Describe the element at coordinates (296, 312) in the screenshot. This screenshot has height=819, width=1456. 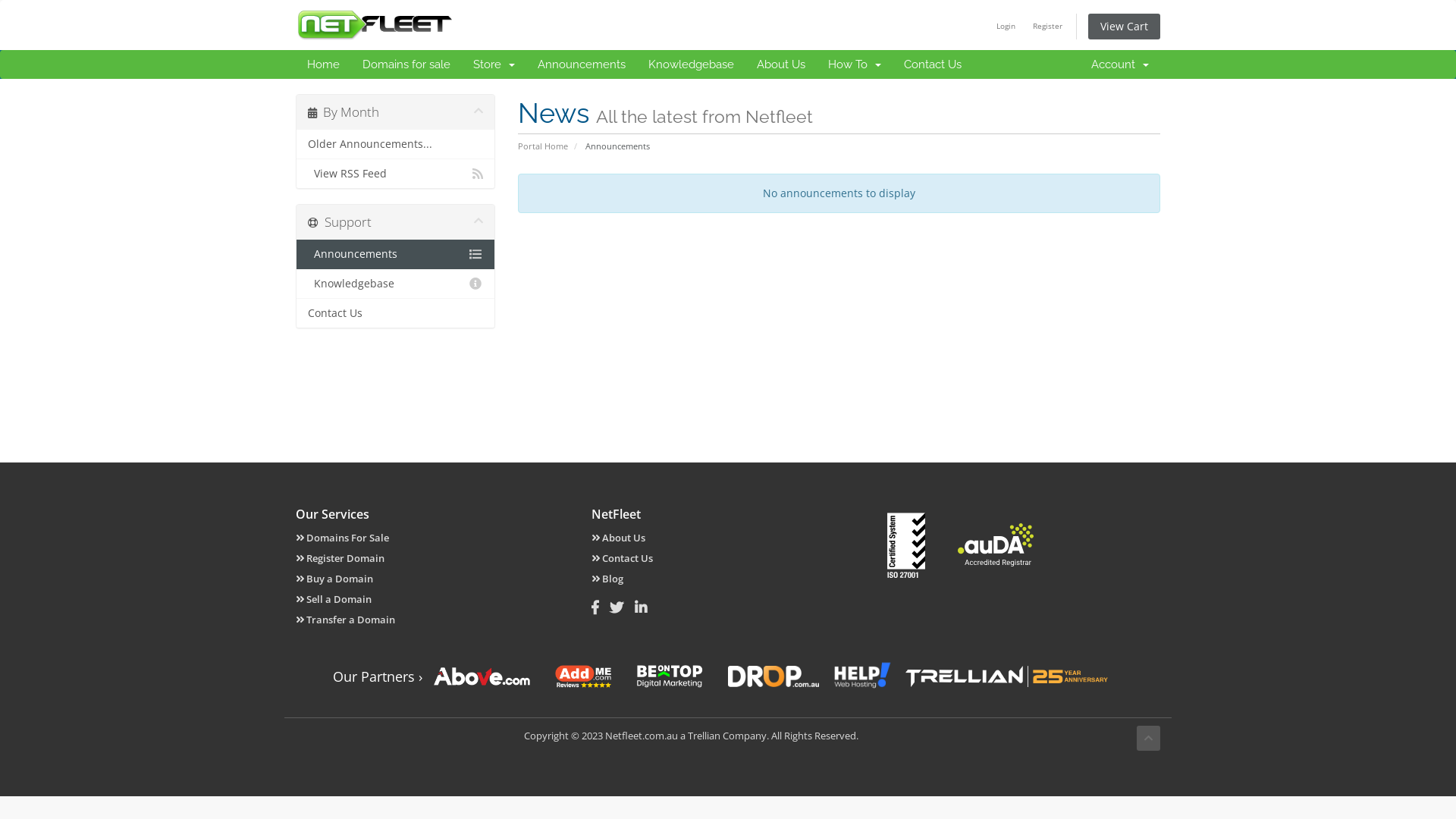
I see `'Contact Us'` at that location.